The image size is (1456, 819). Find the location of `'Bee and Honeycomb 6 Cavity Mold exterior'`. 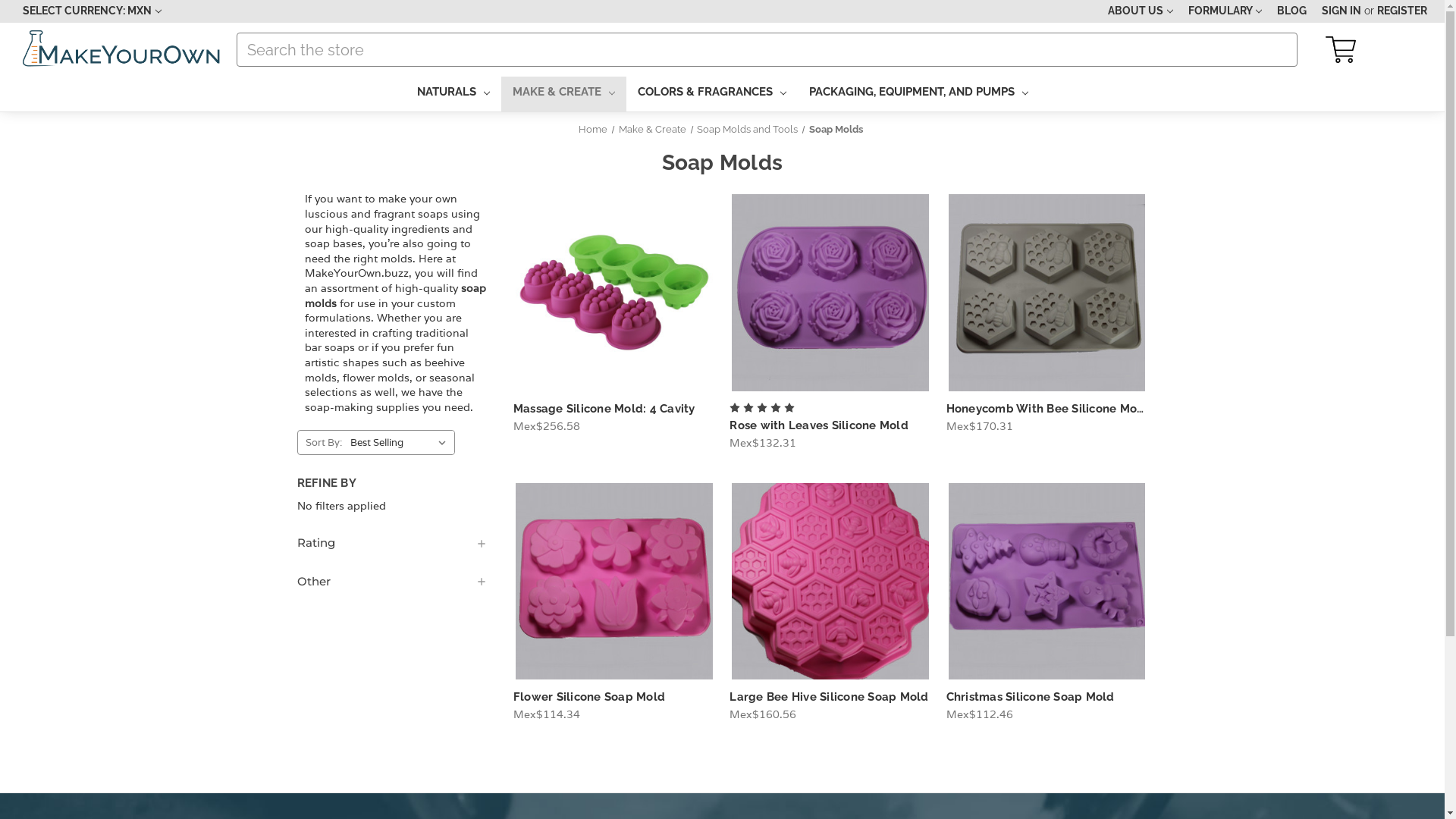

'Bee and Honeycomb 6 Cavity Mold exterior' is located at coordinates (1046, 292).